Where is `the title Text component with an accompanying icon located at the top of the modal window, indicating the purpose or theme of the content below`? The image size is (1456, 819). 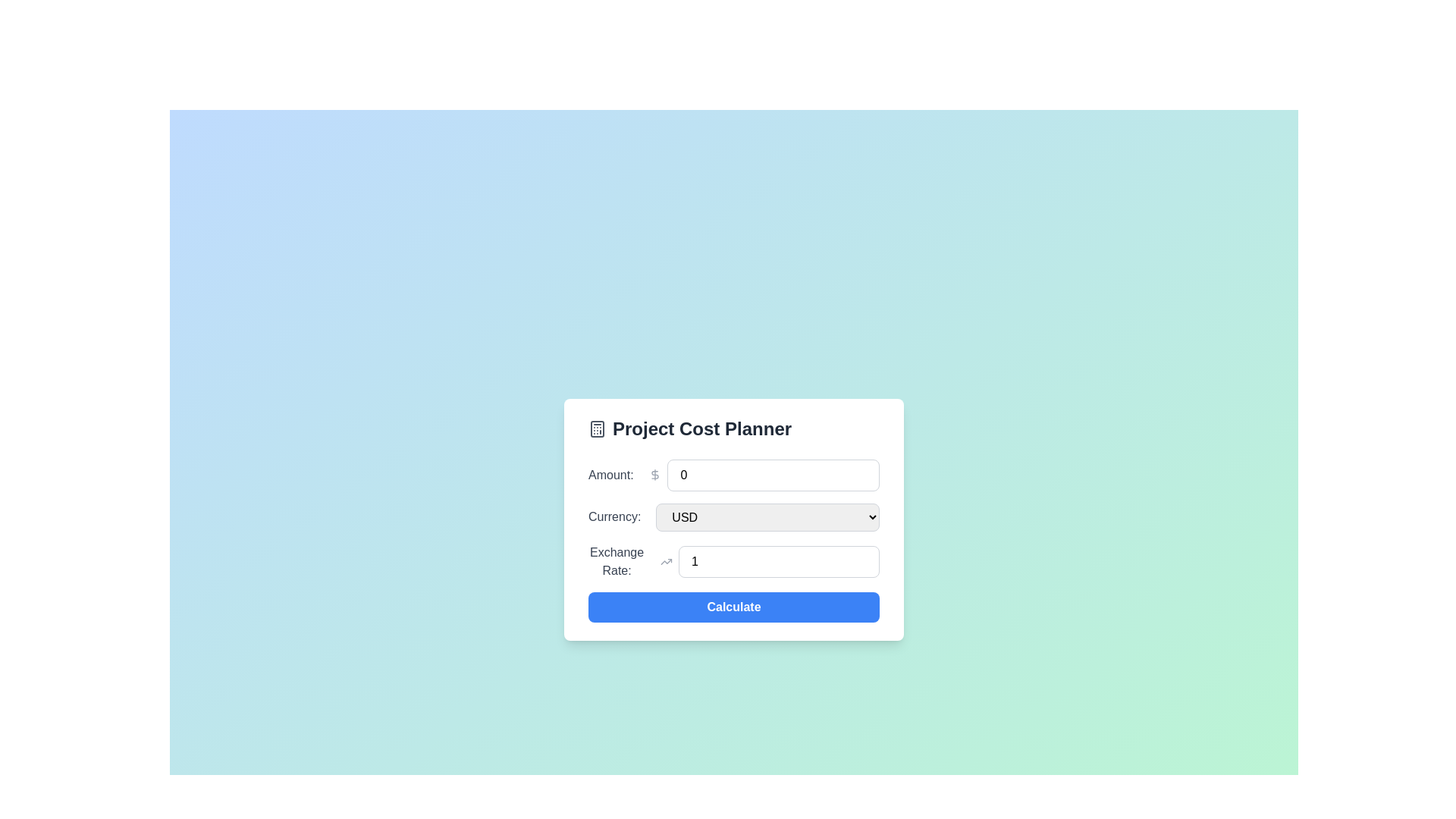 the title Text component with an accompanying icon located at the top of the modal window, indicating the purpose or theme of the content below is located at coordinates (734, 428).